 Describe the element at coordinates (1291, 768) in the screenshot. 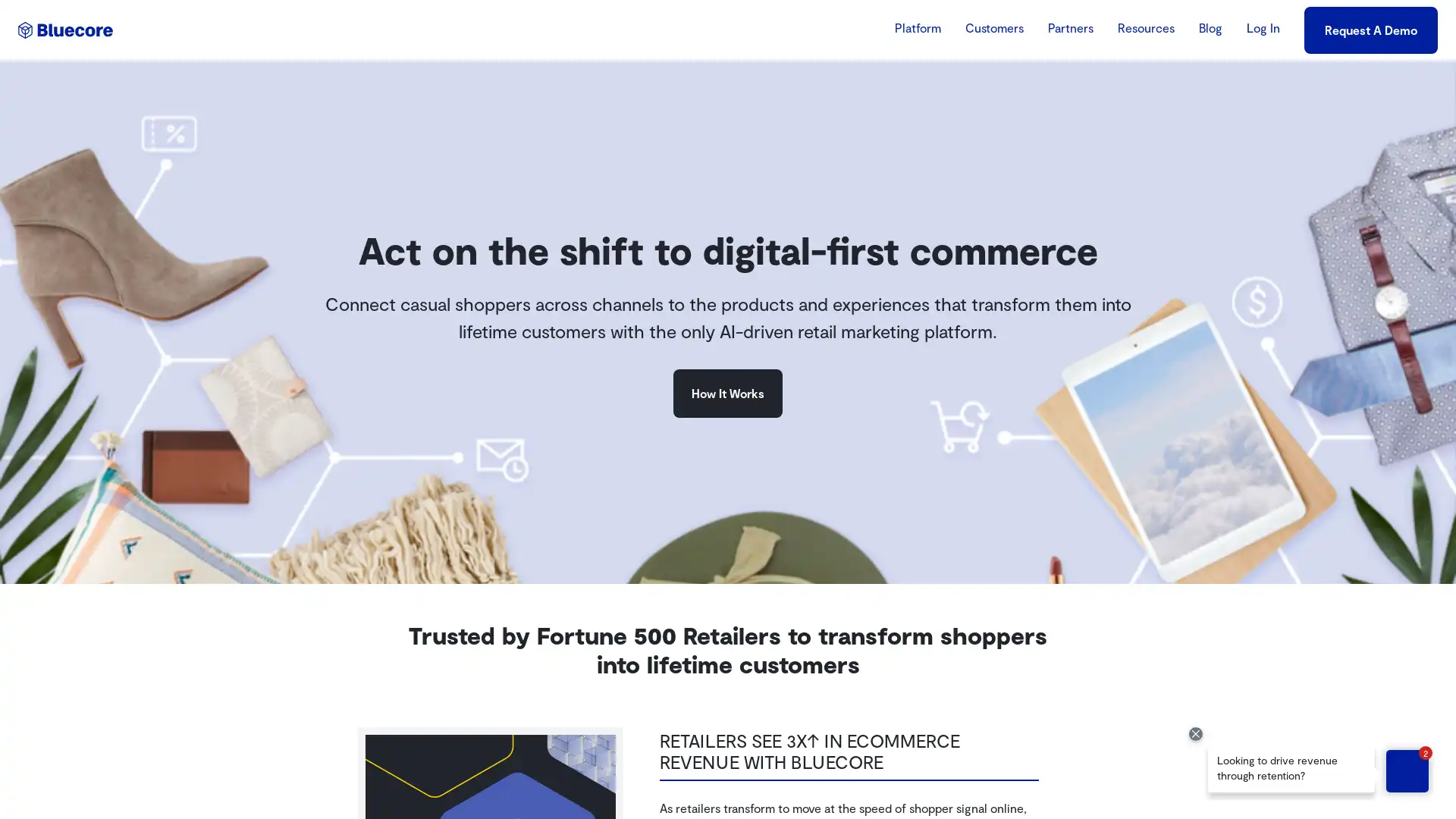

I see `Chat message from Bluebot: "Looking to drive revenue through retention?" - Open chat` at that location.